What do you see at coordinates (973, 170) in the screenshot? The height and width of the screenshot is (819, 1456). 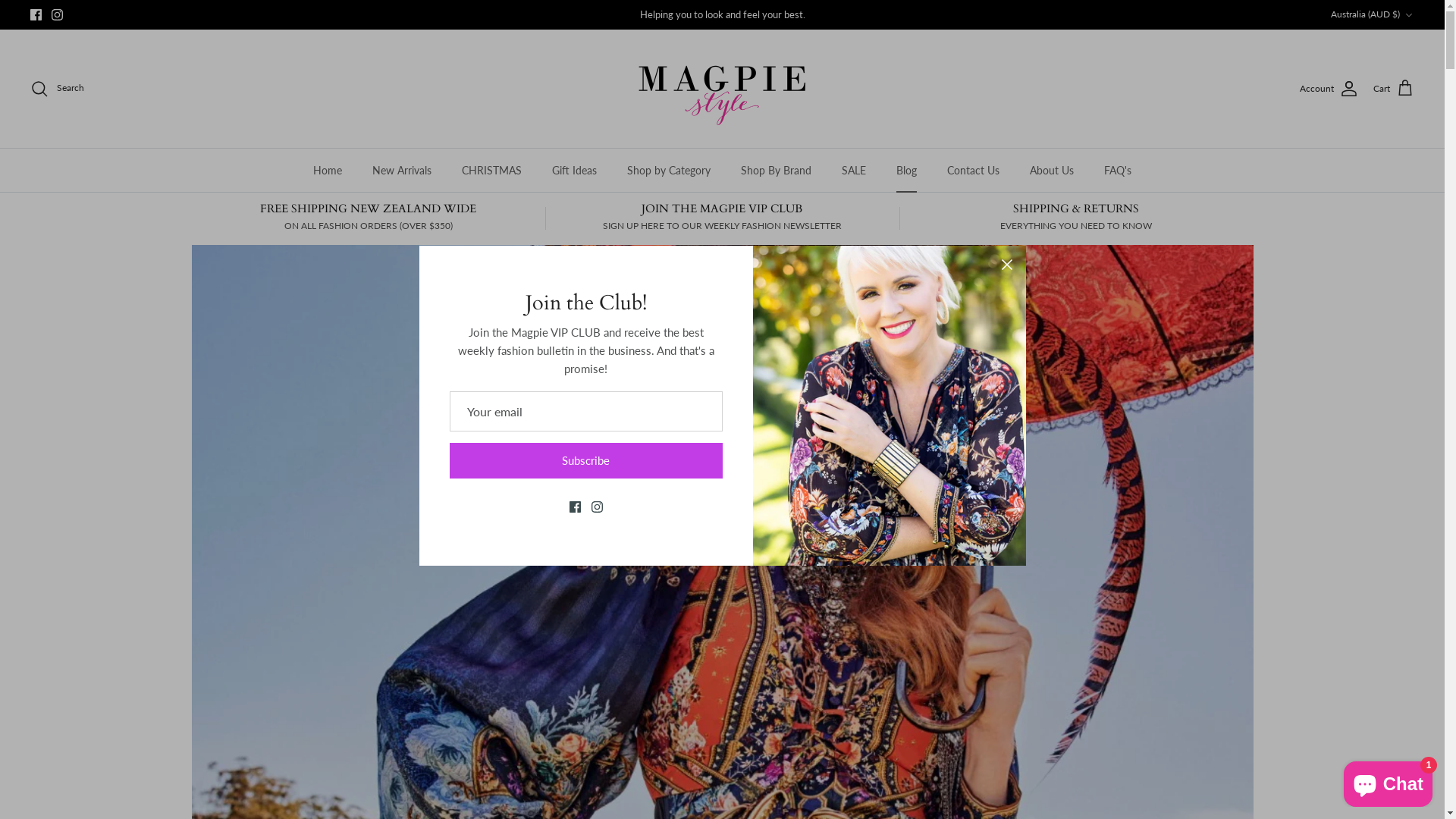 I see `'Contact Us'` at bounding box center [973, 170].